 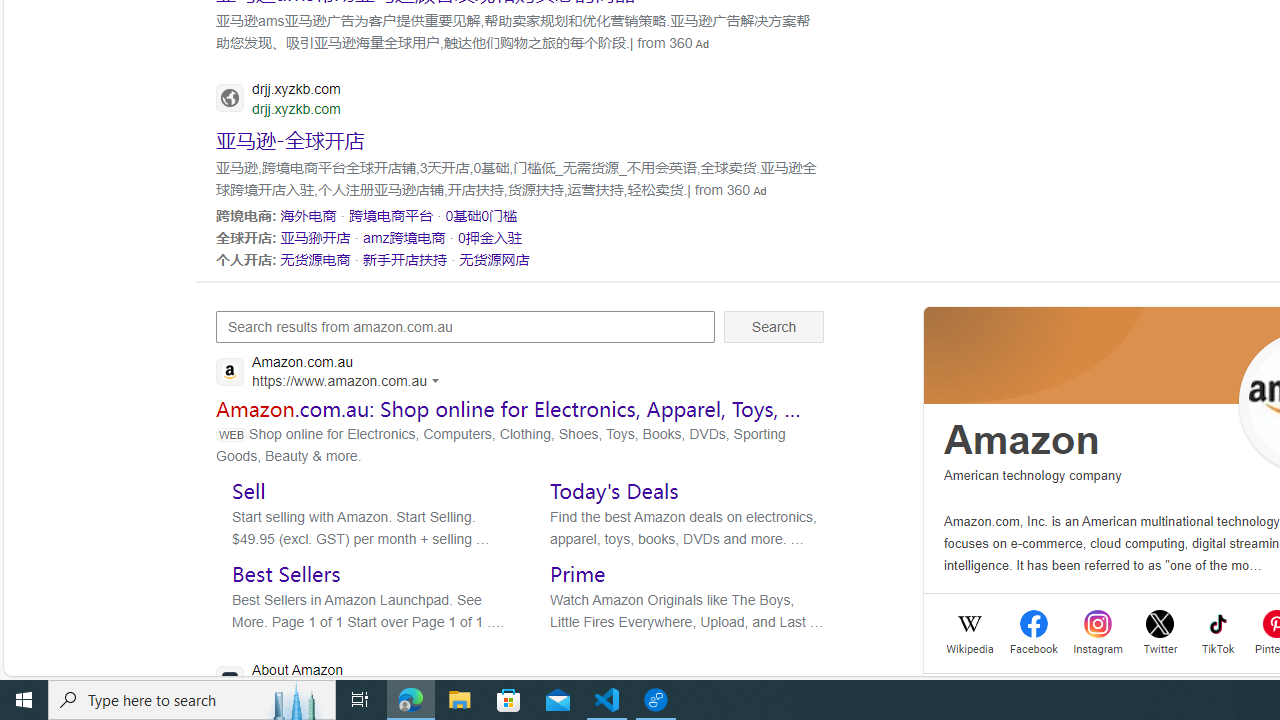 I want to click on 'SERP,5564', so click(x=289, y=138).